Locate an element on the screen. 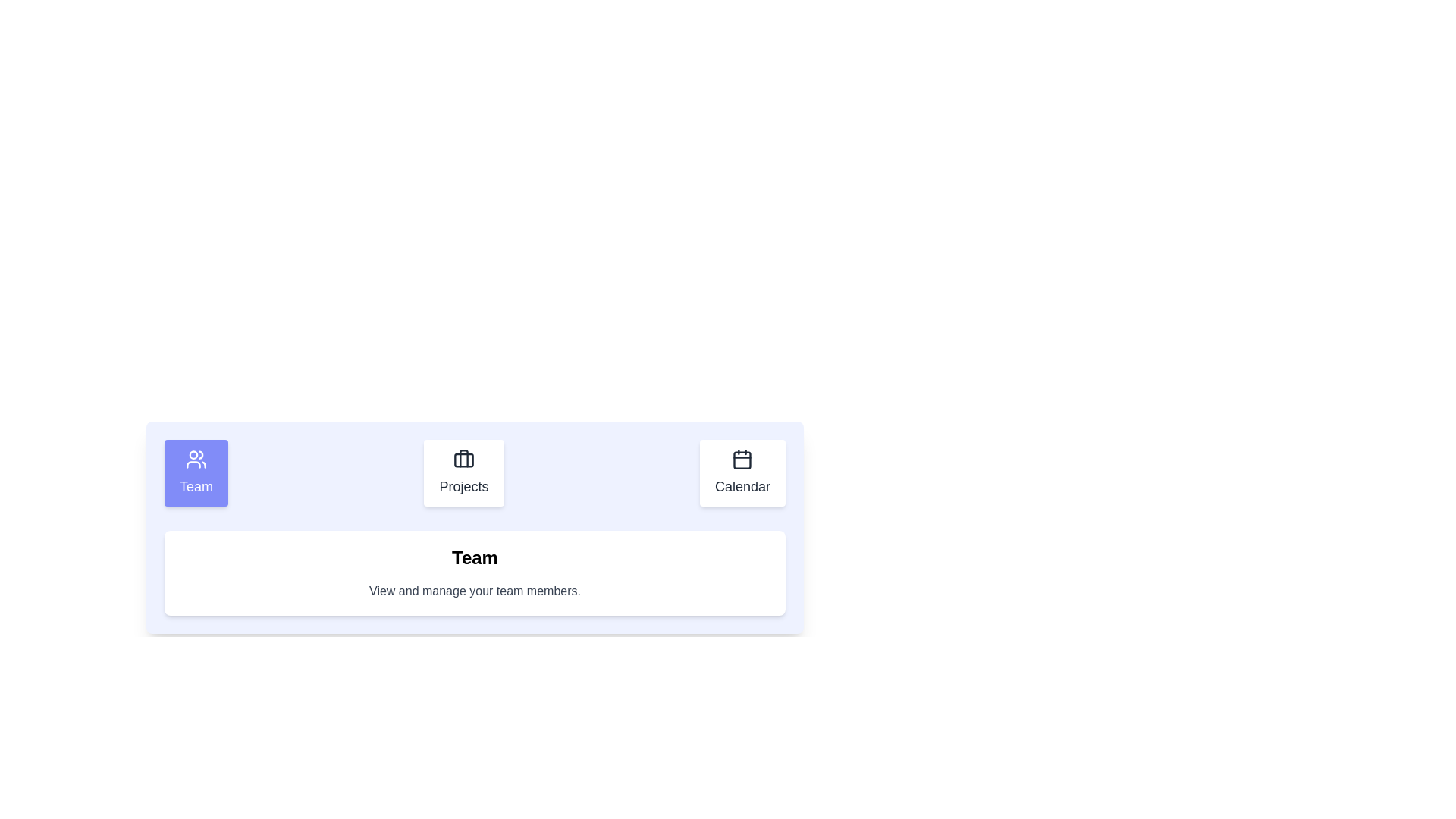 This screenshot has height=819, width=1456. the Team tab to observe its hover effect is located at coordinates (196, 472).